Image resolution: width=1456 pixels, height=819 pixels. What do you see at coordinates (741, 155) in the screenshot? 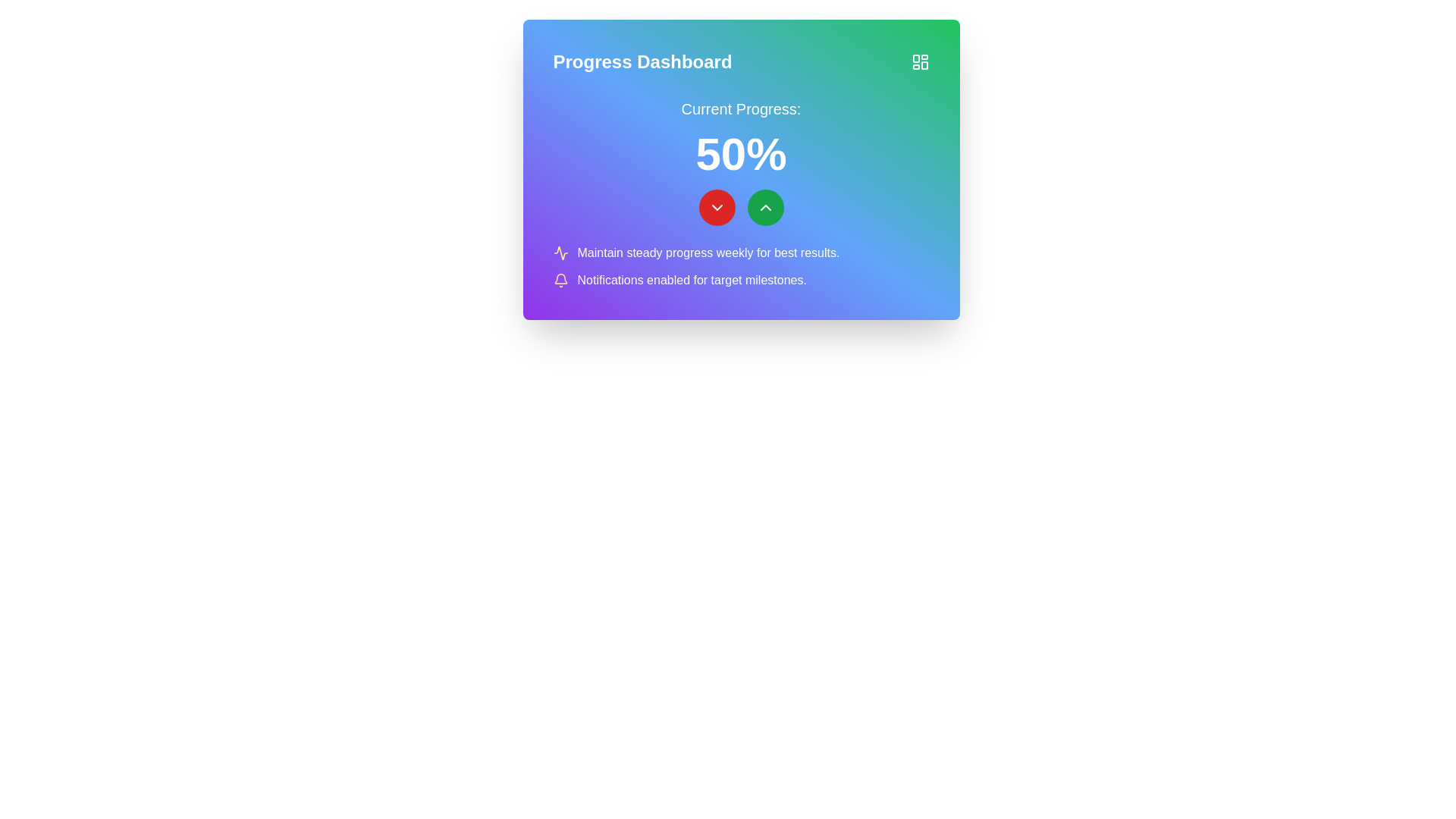
I see `the prominent text label displaying '50%' in bold, extra-large font within the 'Progress Dashboard' interface` at bounding box center [741, 155].